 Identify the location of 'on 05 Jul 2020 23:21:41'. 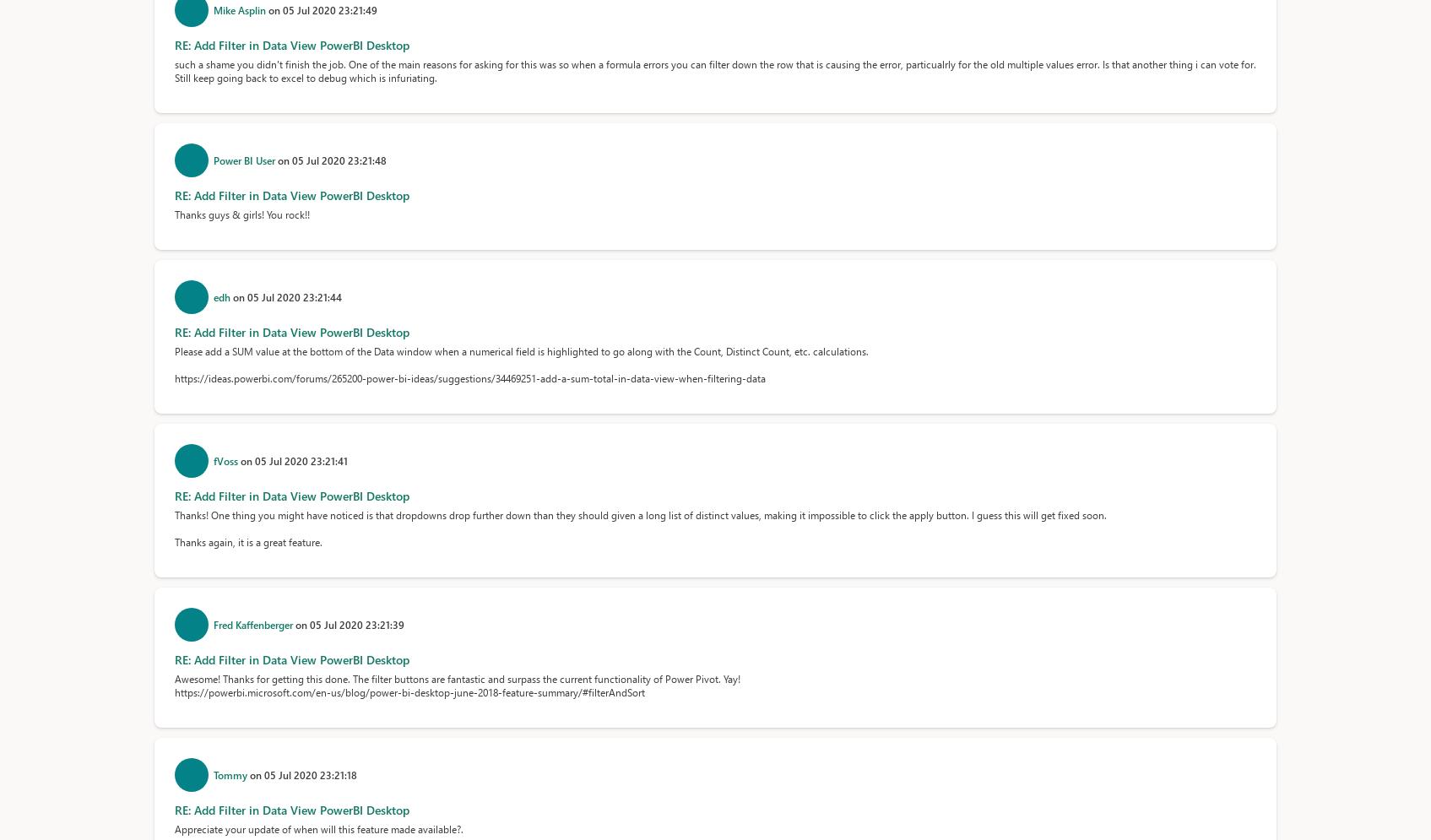
(240, 460).